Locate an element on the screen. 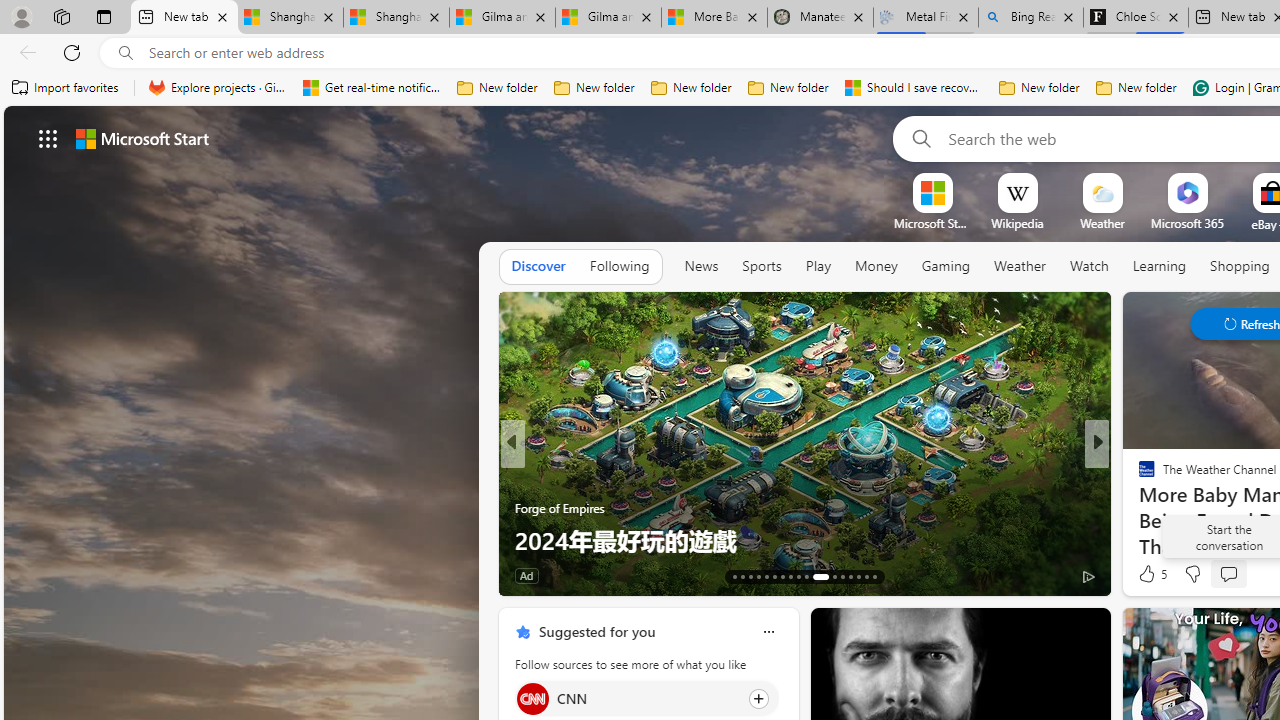 This screenshot has width=1280, height=720. 'Microsoft 365' is located at coordinates (1187, 223).